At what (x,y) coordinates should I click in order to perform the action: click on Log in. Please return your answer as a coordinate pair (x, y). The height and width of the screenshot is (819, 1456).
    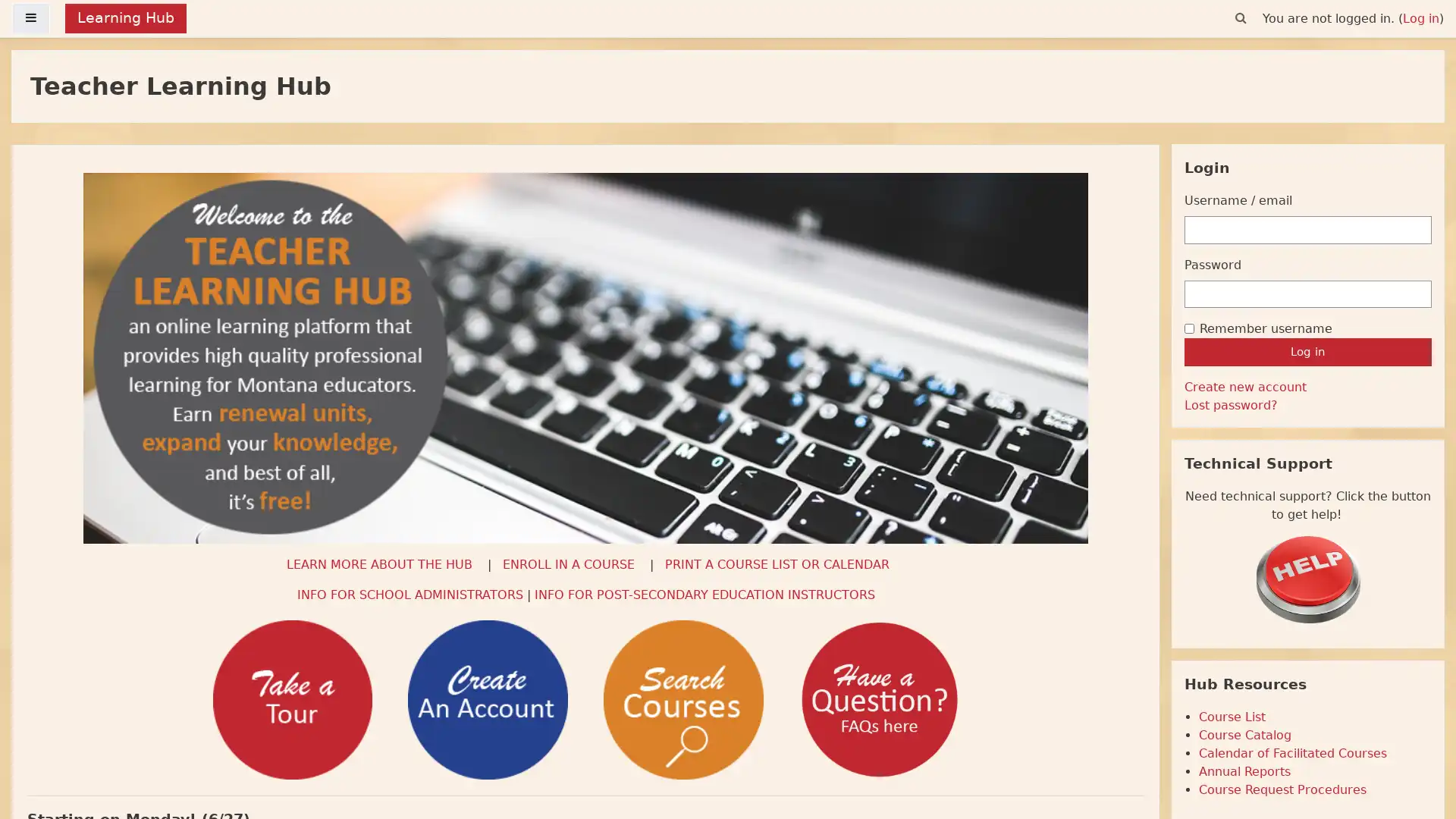
    Looking at the image, I should click on (1307, 351).